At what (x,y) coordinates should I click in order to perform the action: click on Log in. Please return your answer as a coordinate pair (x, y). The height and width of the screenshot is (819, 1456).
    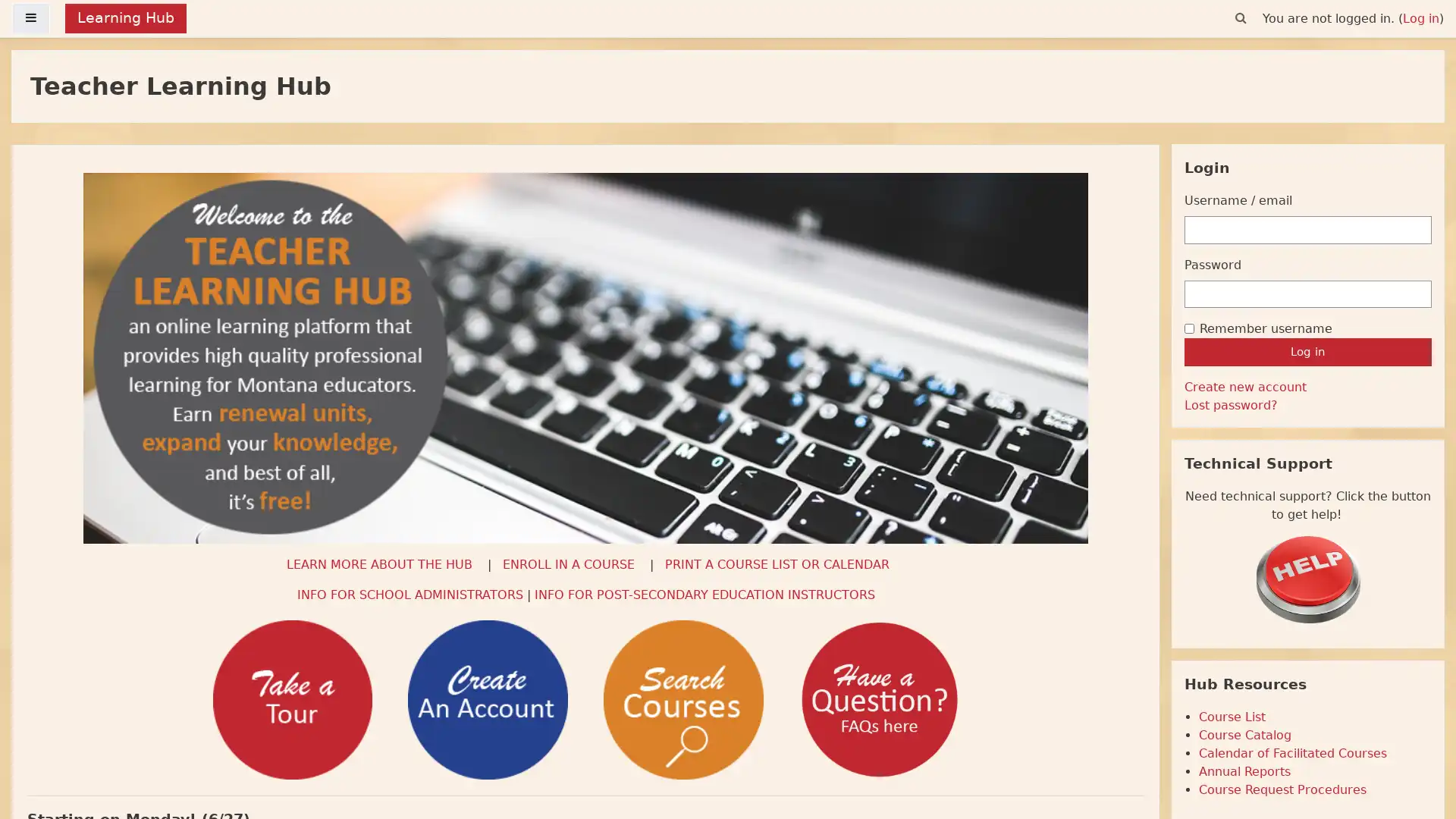
    Looking at the image, I should click on (1307, 351).